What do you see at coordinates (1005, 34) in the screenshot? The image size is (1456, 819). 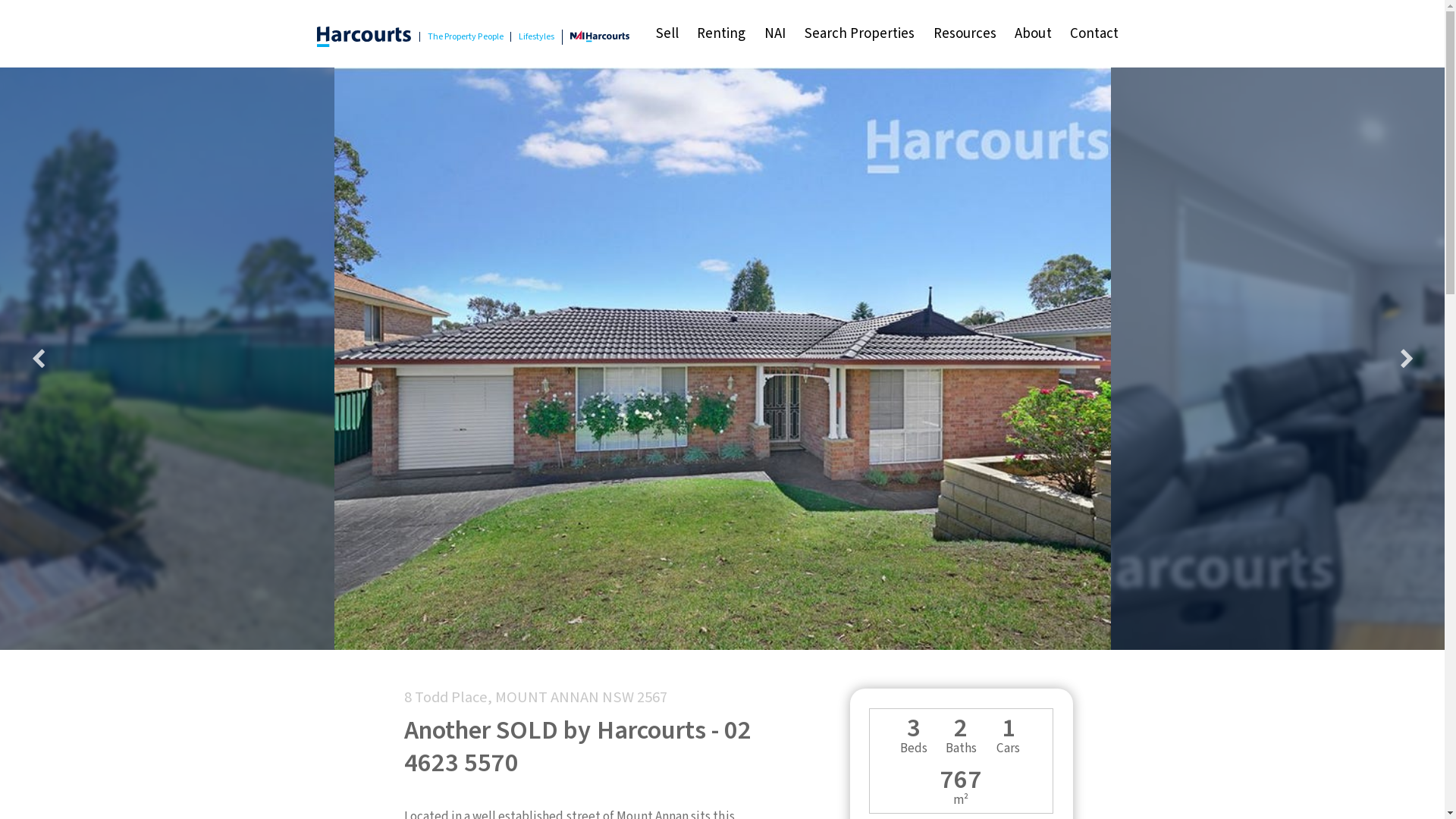 I see `'About'` at bounding box center [1005, 34].